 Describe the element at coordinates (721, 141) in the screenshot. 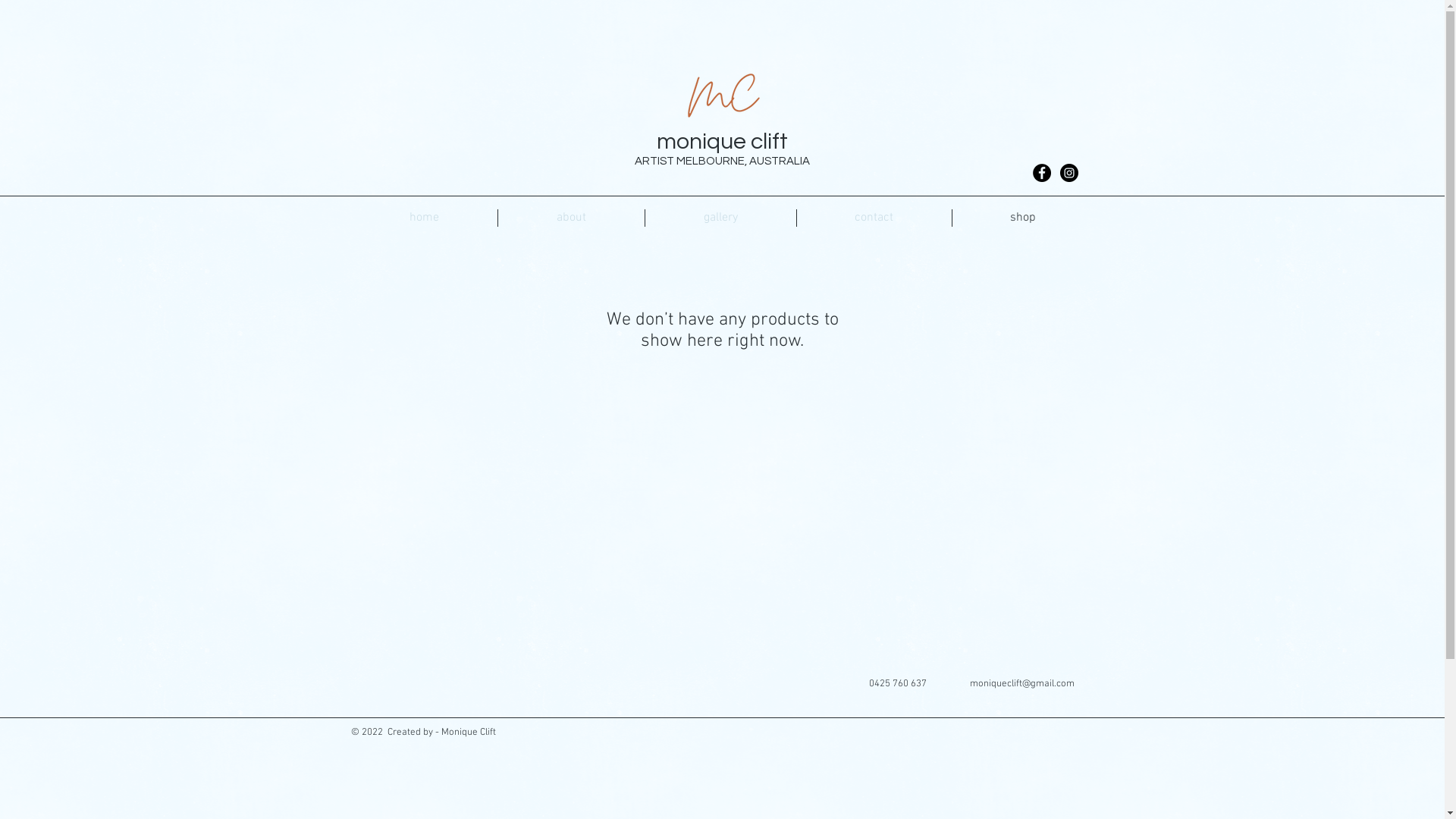

I see `'monique clift'` at that location.